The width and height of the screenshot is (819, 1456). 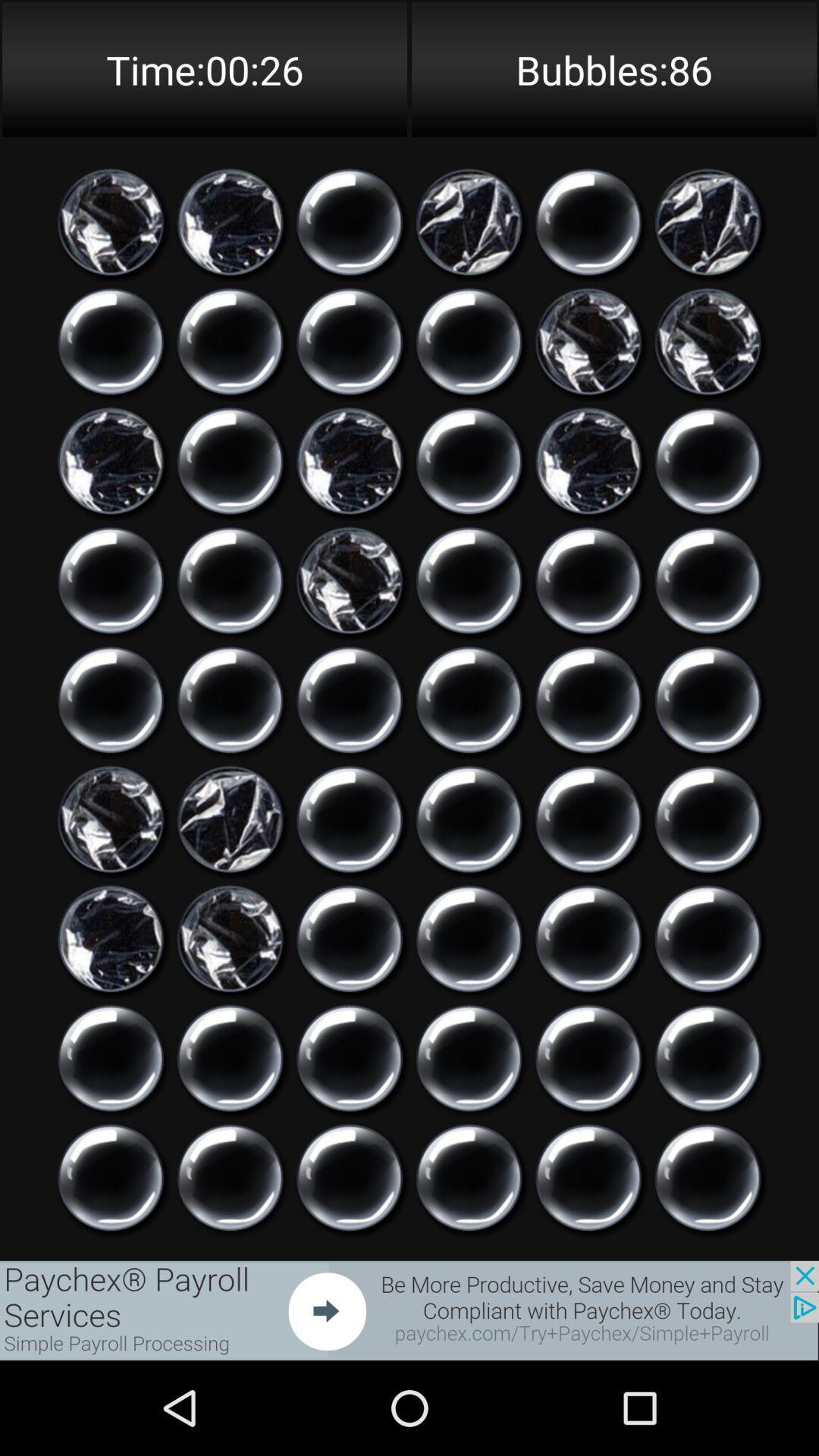 I want to click on option, so click(x=468, y=1057).